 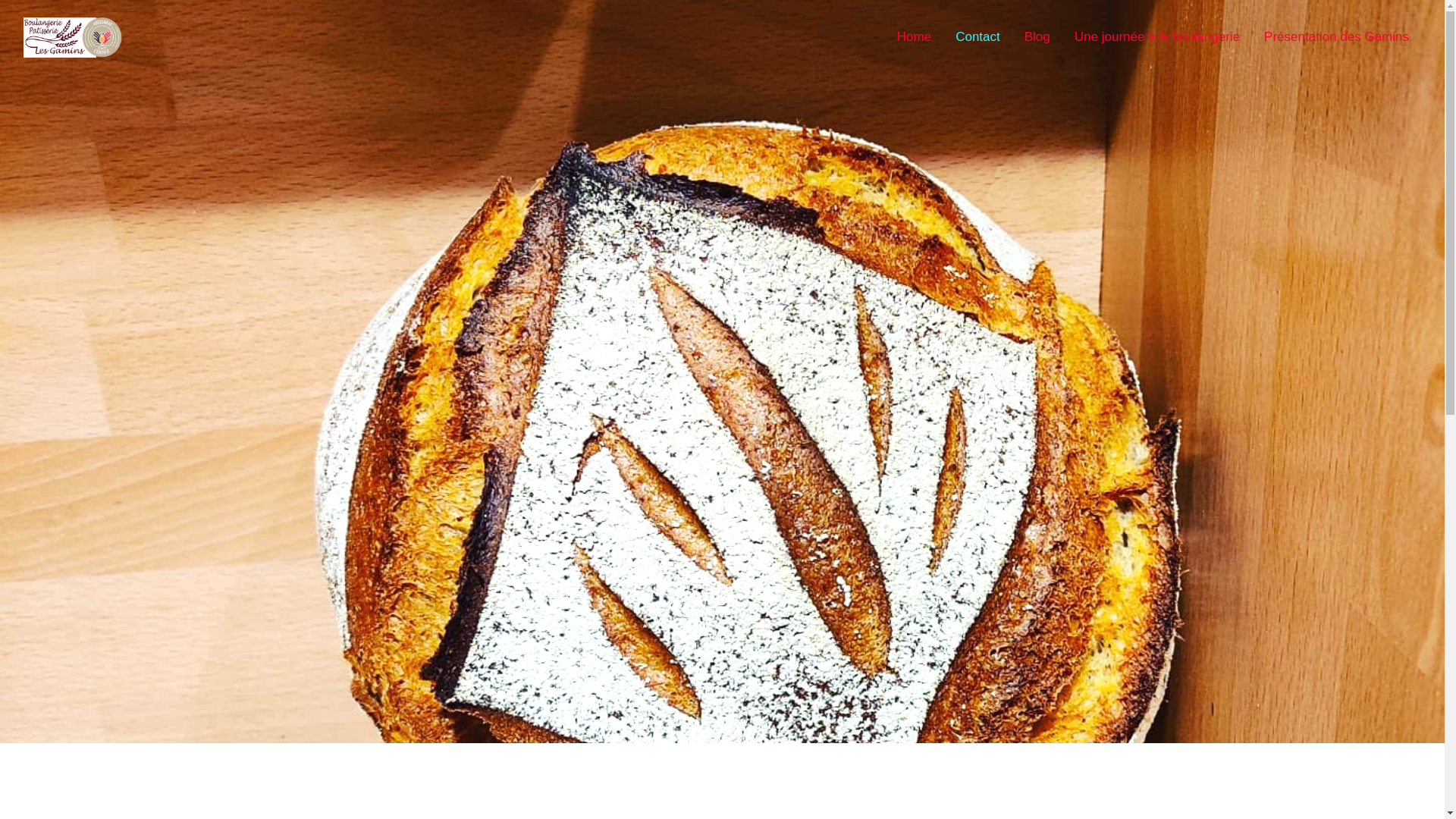 What do you see at coordinates (1037, 36) in the screenshot?
I see `'Blog'` at bounding box center [1037, 36].